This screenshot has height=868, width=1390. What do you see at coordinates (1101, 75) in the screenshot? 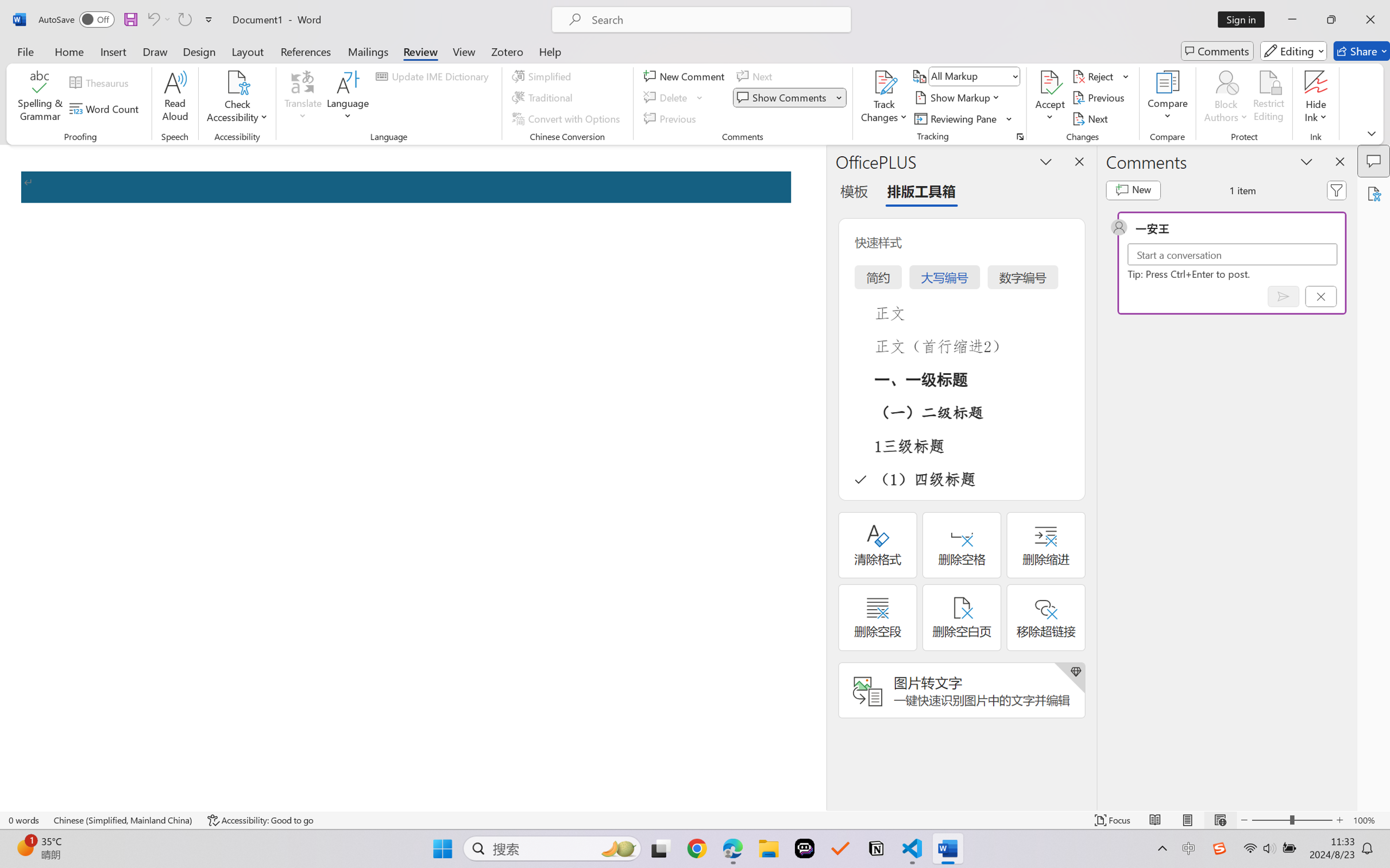
I see `'Reject'` at bounding box center [1101, 75].